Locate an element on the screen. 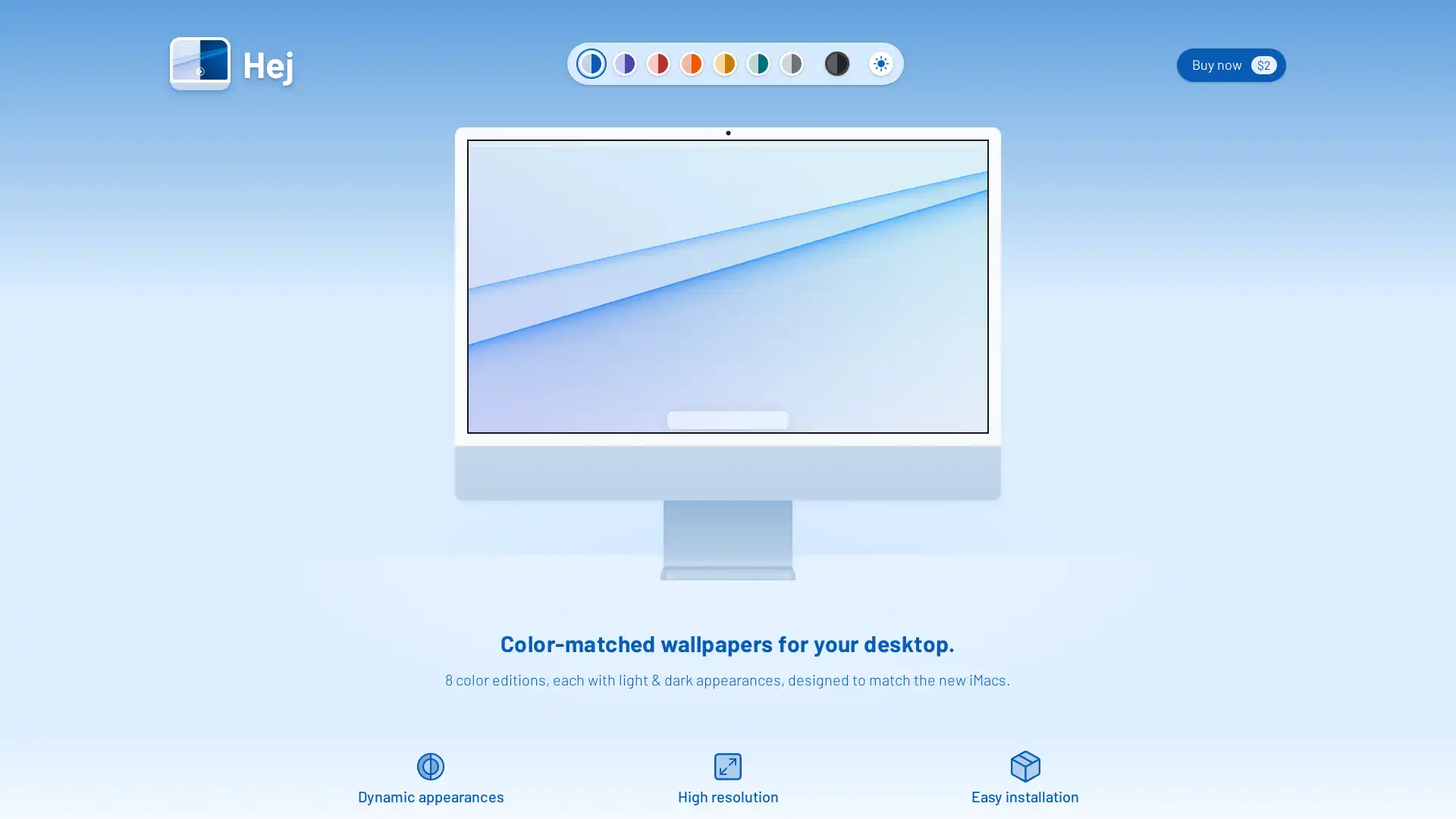 This screenshot has width=1456, height=819. Set theme to orange is located at coordinates (691, 63).